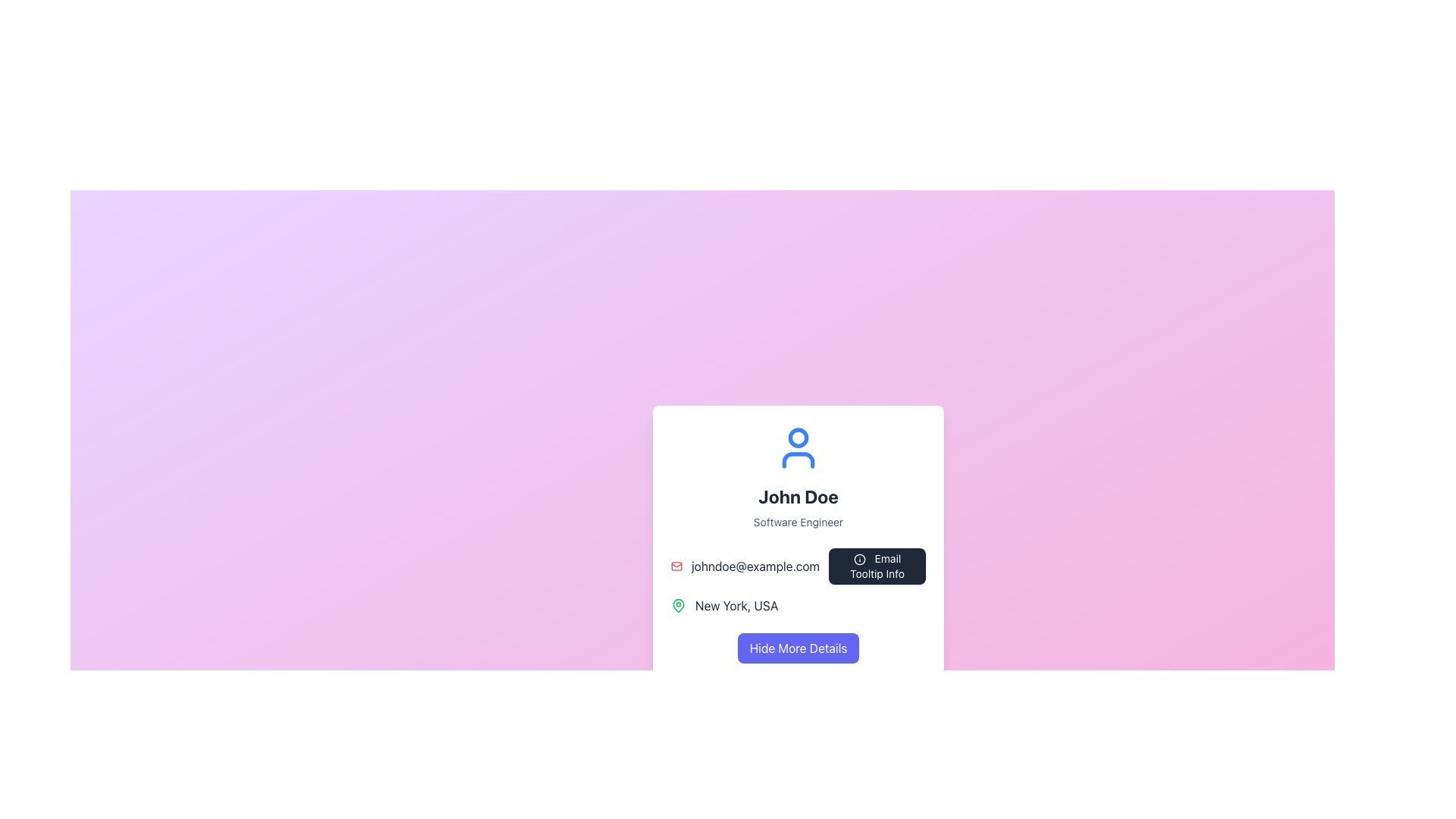 The height and width of the screenshot is (819, 1456). Describe the element at coordinates (736, 604) in the screenshot. I see `the static text label displaying 'New York, USA' which is located to the right of a green location pin icon` at that location.